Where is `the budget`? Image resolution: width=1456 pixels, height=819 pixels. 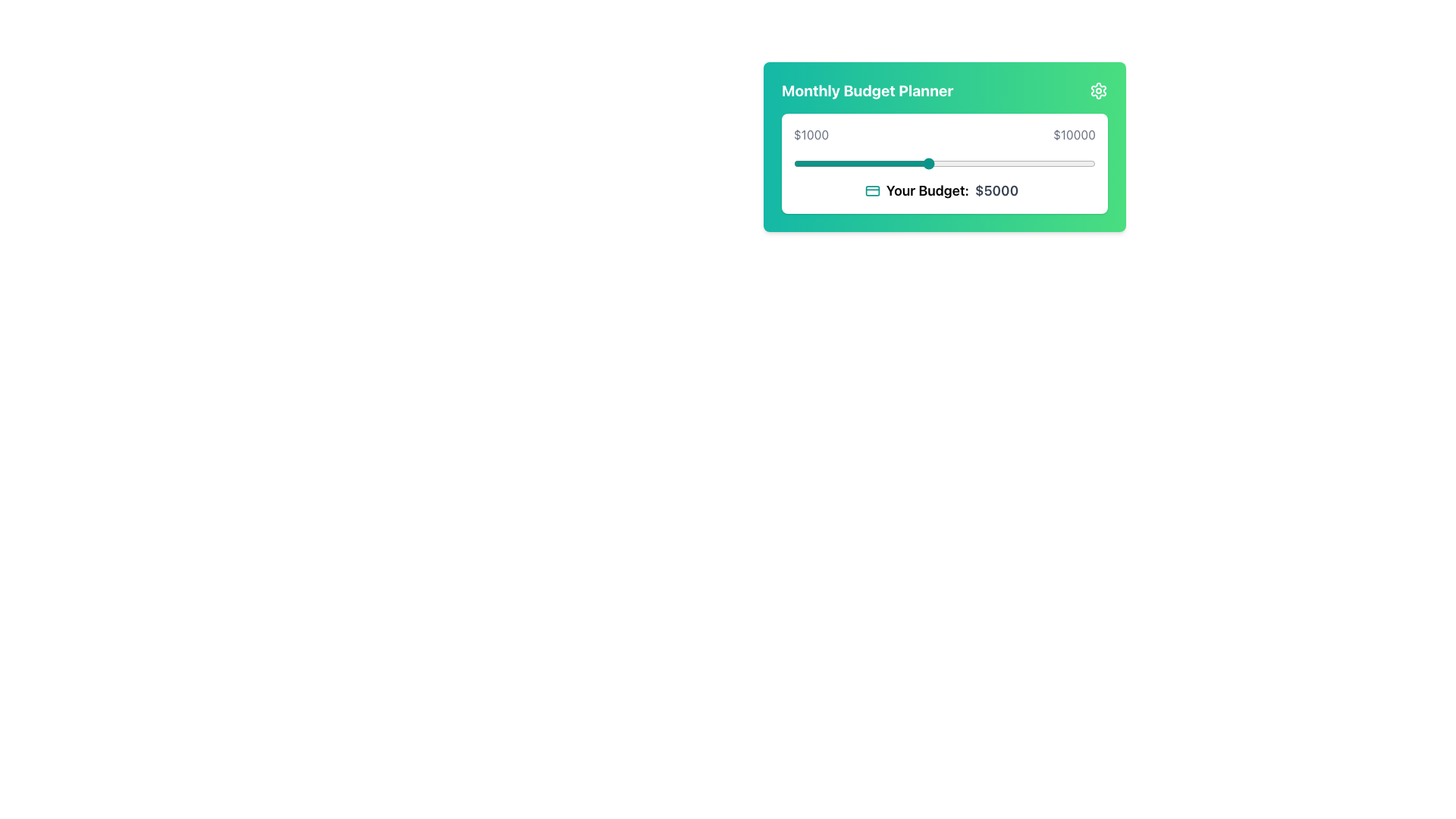
the budget is located at coordinates (904, 164).